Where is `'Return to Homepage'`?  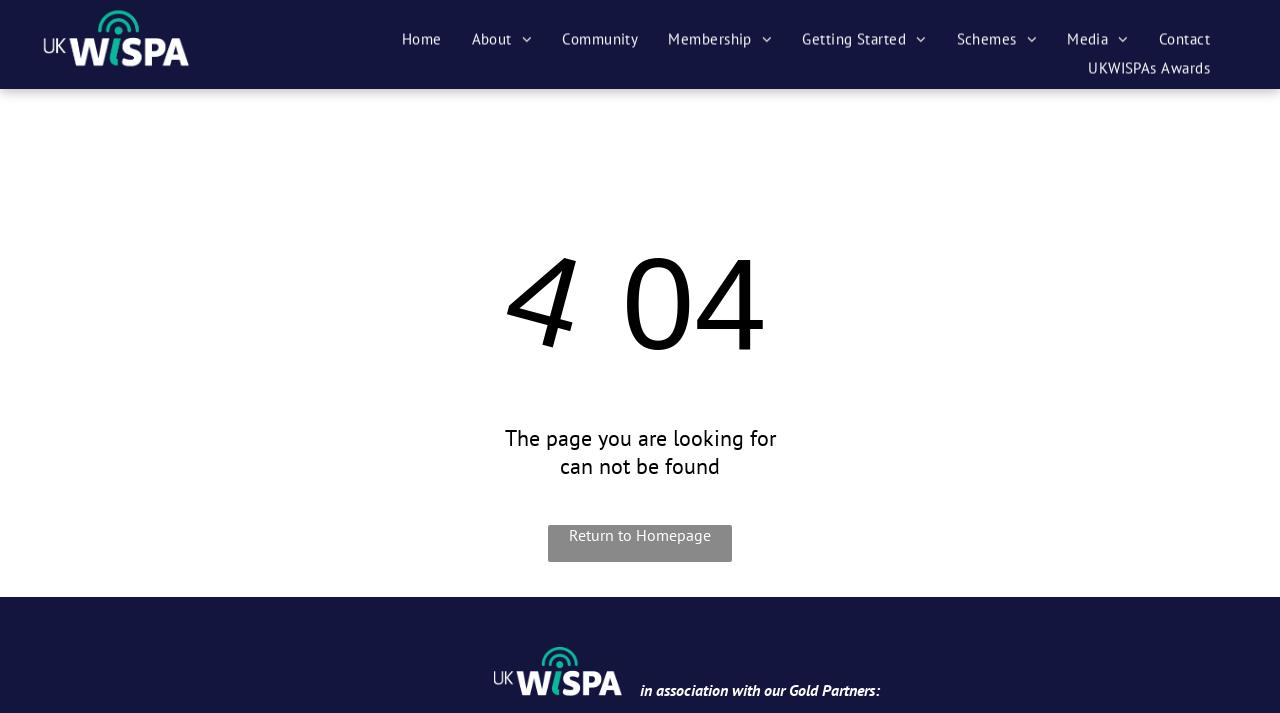
'Return to Homepage' is located at coordinates (567, 533).